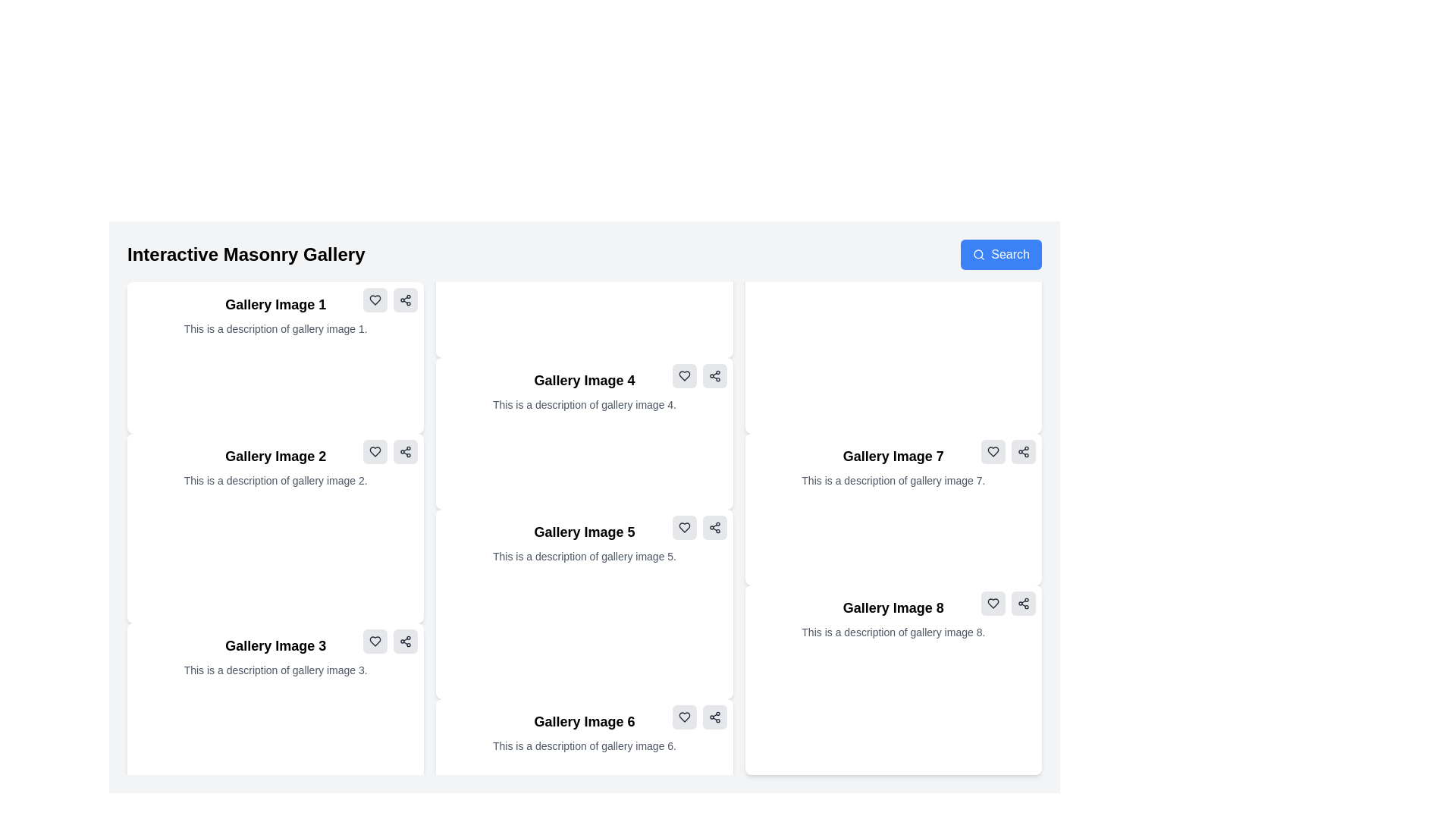  What do you see at coordinates (1023, 451) in the screenshot?
I see `the sharing icon button, which is a minimalist black outline representation of three circles connected by lines, located in the bottom-right corner of the 'Gallery Image 7' card, beside the like heart icon` at bounding box center [1023, 451].